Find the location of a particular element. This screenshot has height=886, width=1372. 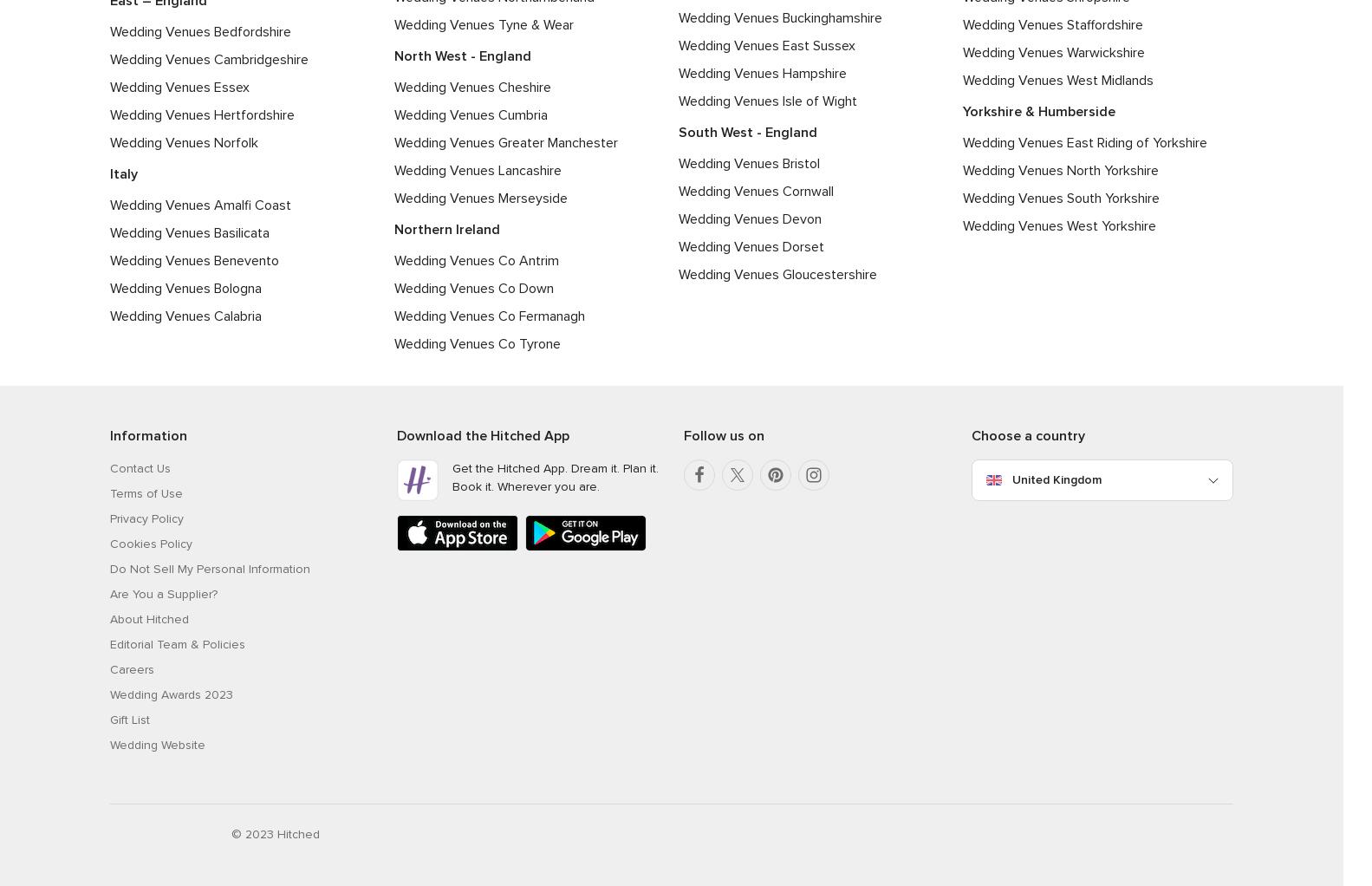

'Wedding Venues Dorset' is located at coordinates (751, 246).